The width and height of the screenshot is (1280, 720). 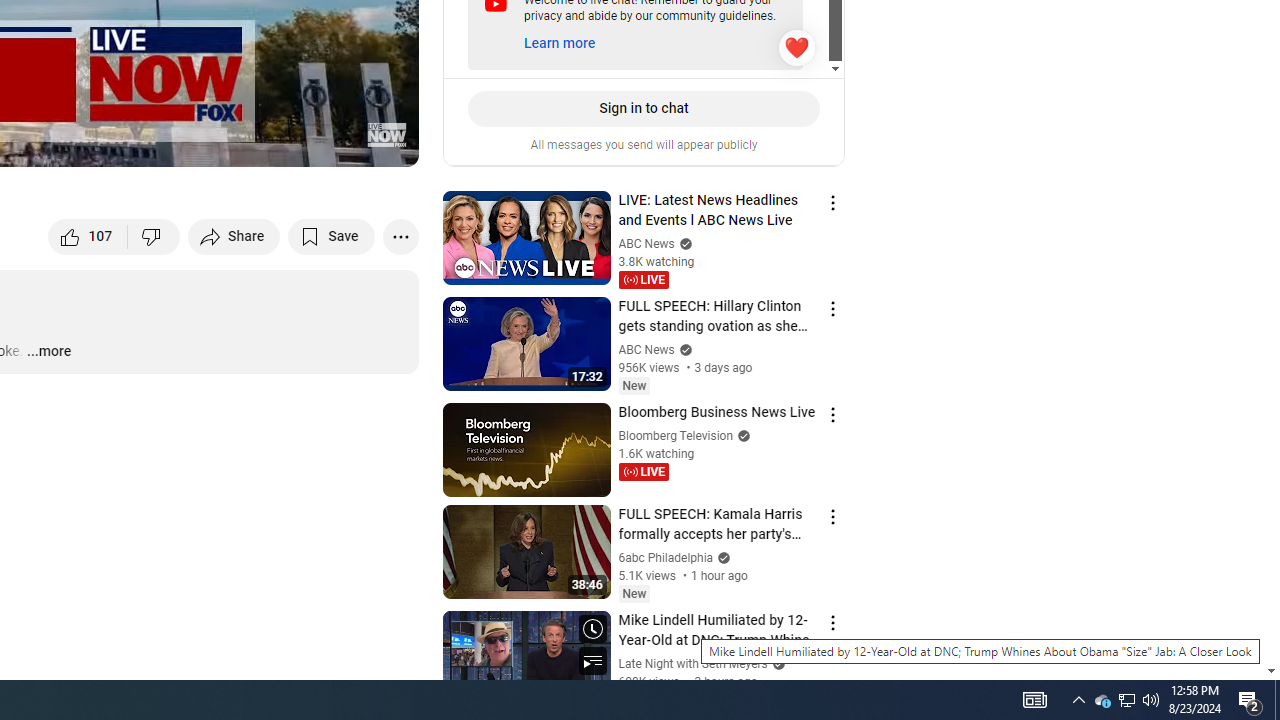 What do you see at coordinates (153, 235) in the screenshot?
I see `'Dislike this video'` at bounding box center [153, 235].